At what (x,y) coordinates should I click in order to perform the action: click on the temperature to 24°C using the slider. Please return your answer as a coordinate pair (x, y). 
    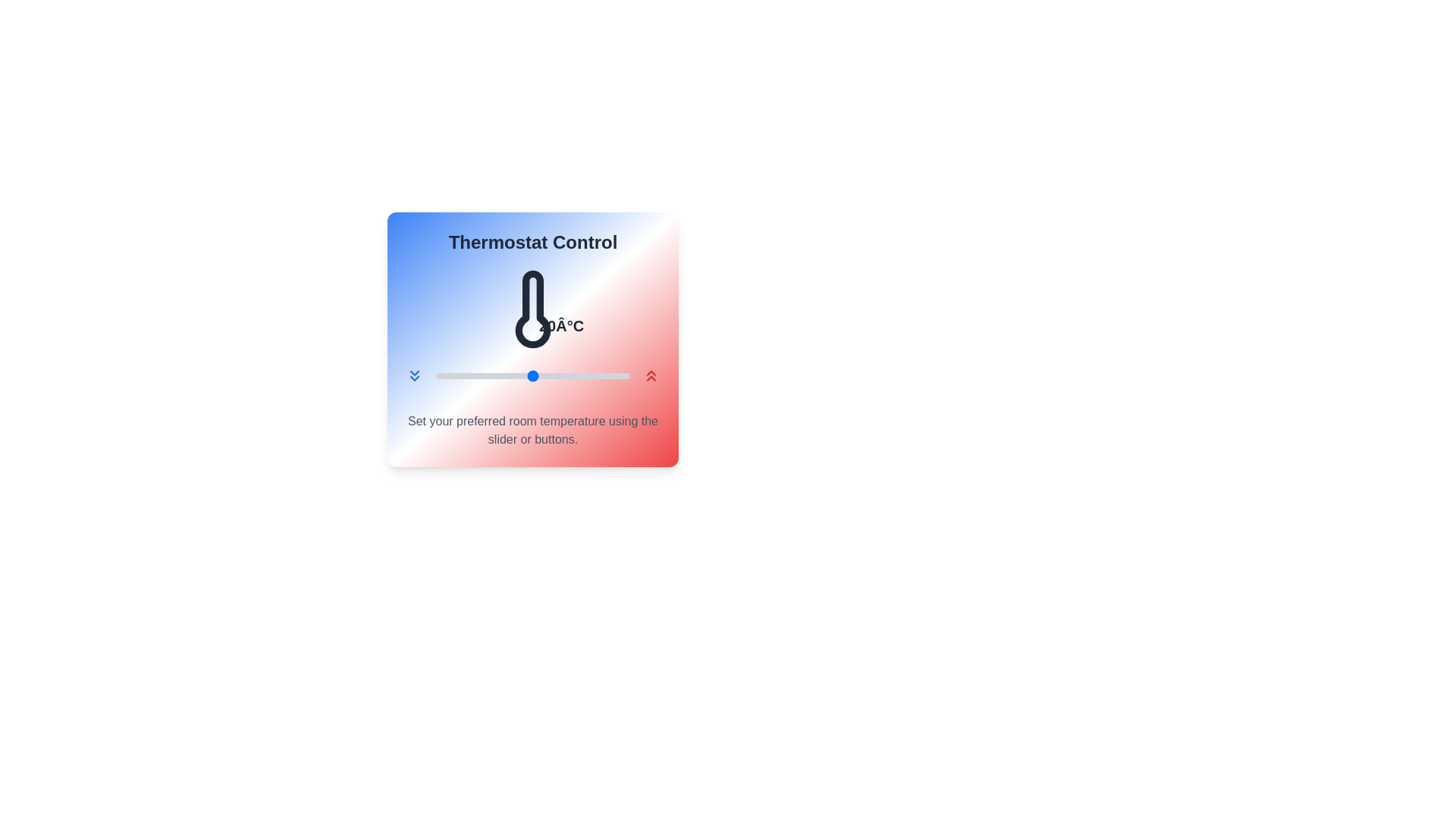
    Looking at the image, I should click on (570, 375).